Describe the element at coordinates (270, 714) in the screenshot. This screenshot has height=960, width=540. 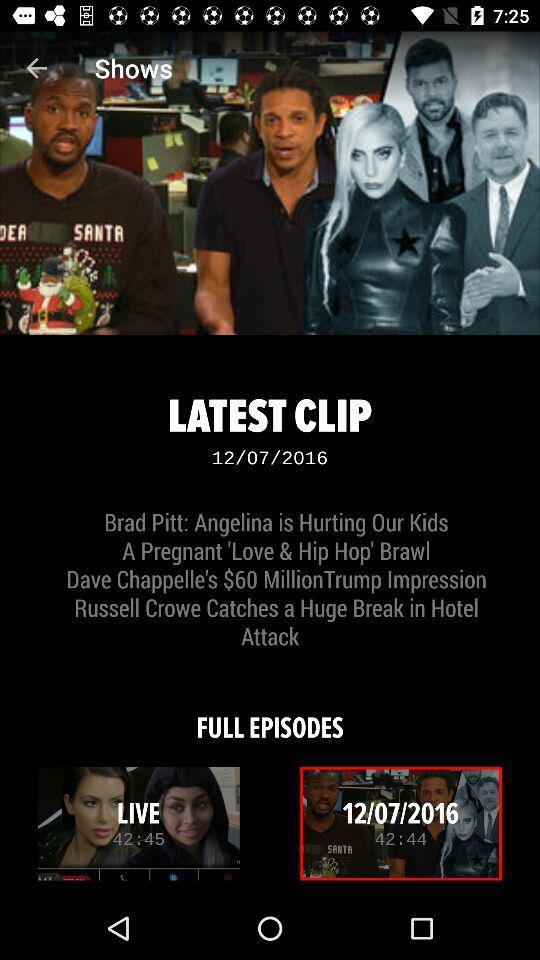
I see `the item below the brad pitt angelina icon` at that location.